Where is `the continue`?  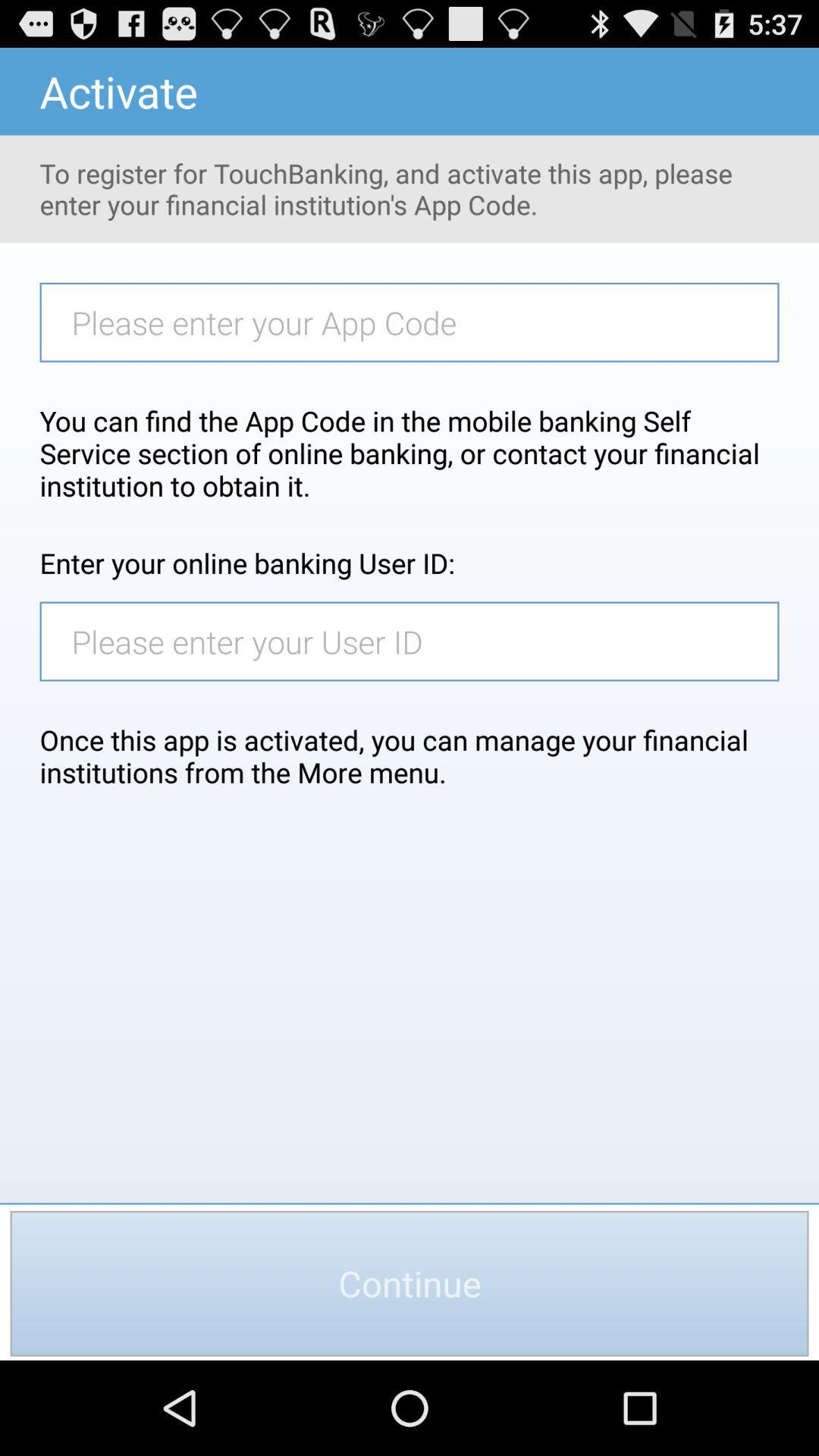
the continue is located at coordinates (409, 1282).